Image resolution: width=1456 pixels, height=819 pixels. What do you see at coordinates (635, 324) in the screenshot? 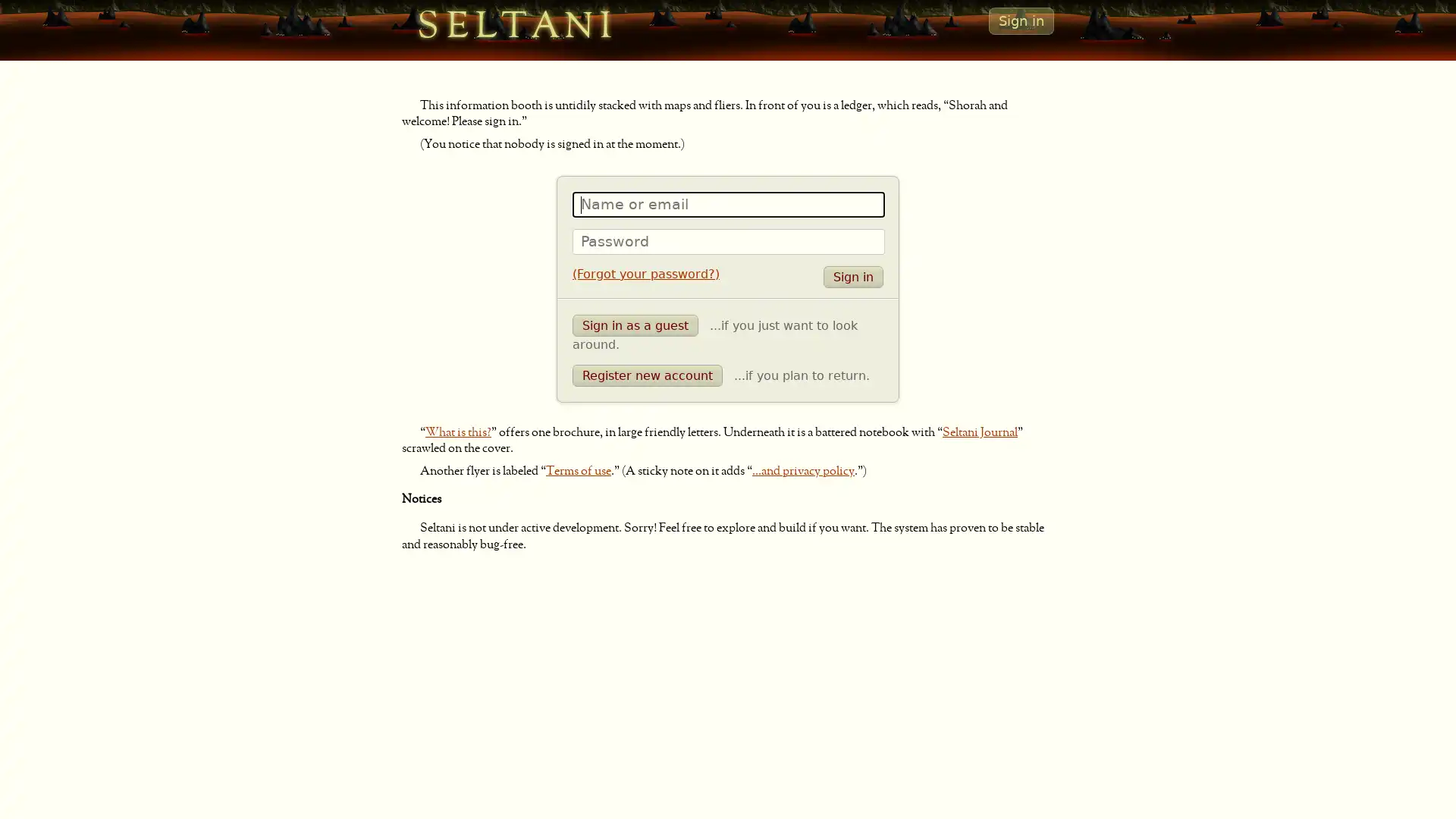
I see `Sign in as a guest` at bounding box center [635, 324].